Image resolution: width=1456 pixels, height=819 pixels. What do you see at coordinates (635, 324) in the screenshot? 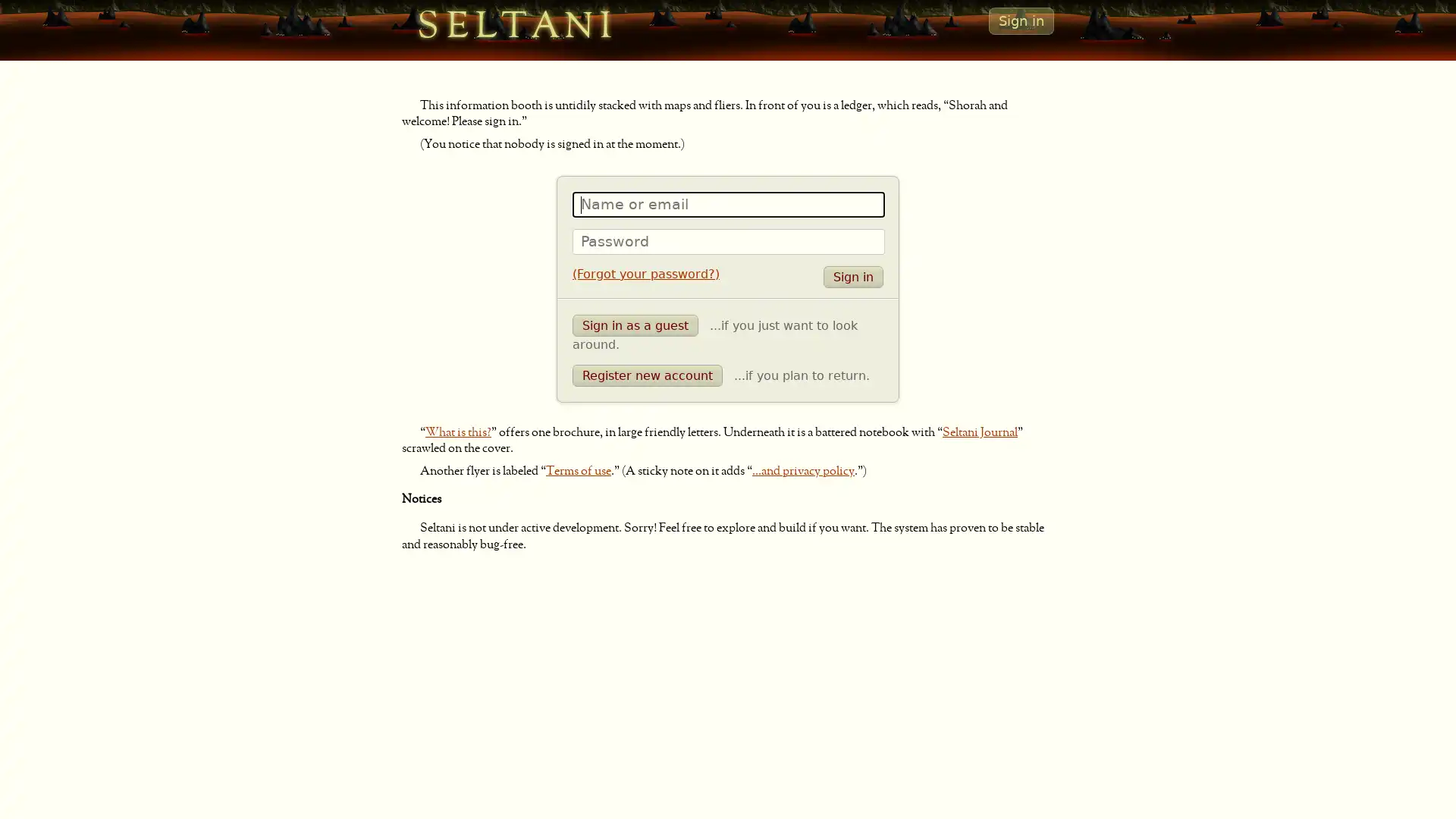
I see `Sign in as a guest` at bounding box center [635, 324].